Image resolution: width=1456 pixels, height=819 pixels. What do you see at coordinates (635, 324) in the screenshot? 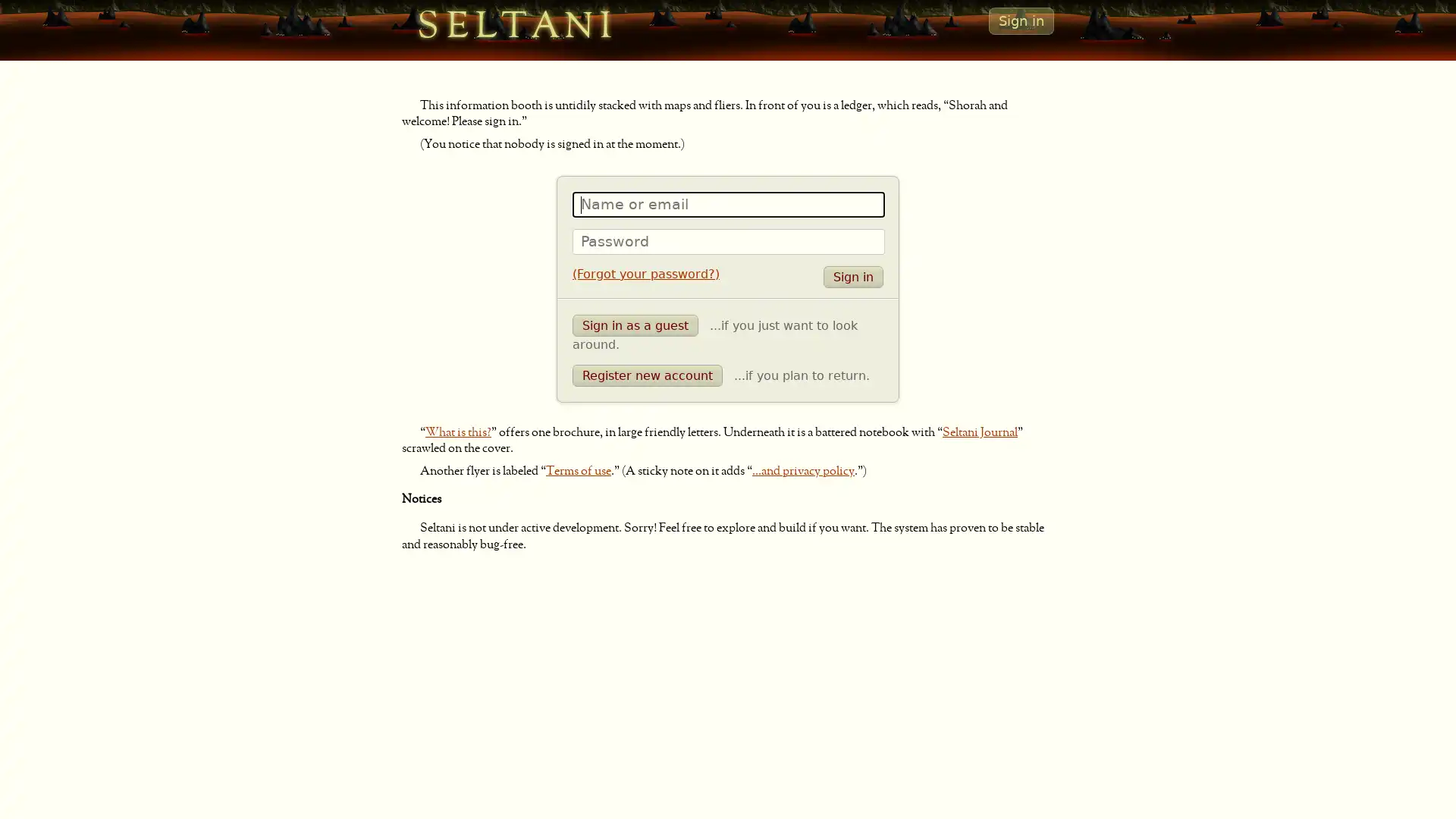
I see `Sign in as a guest` at bounding box center [635, 324].